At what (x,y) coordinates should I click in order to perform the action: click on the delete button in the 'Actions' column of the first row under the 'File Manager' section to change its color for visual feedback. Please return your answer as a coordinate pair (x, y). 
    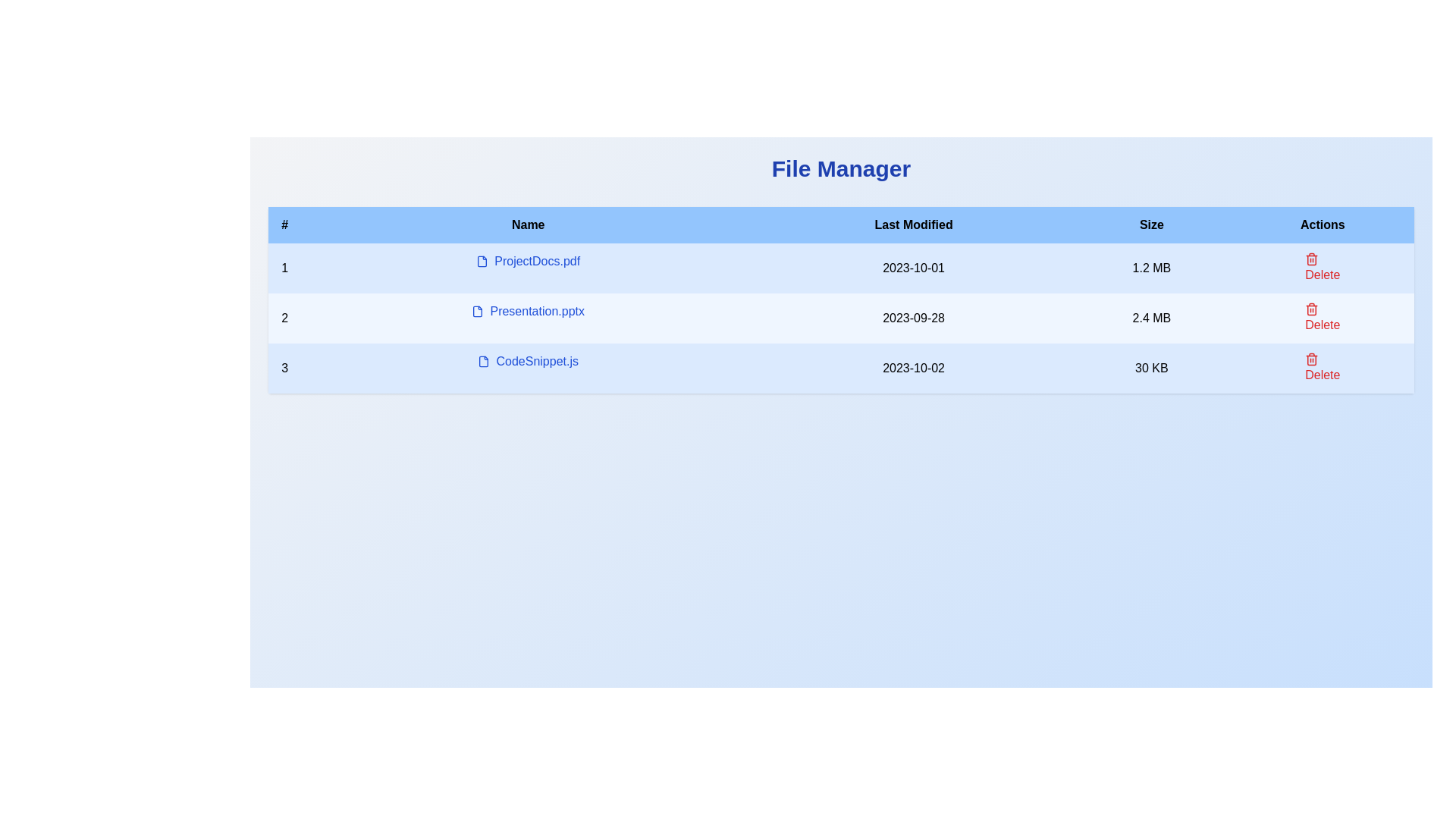
    Looking at the image, I should click on (1322, 268).